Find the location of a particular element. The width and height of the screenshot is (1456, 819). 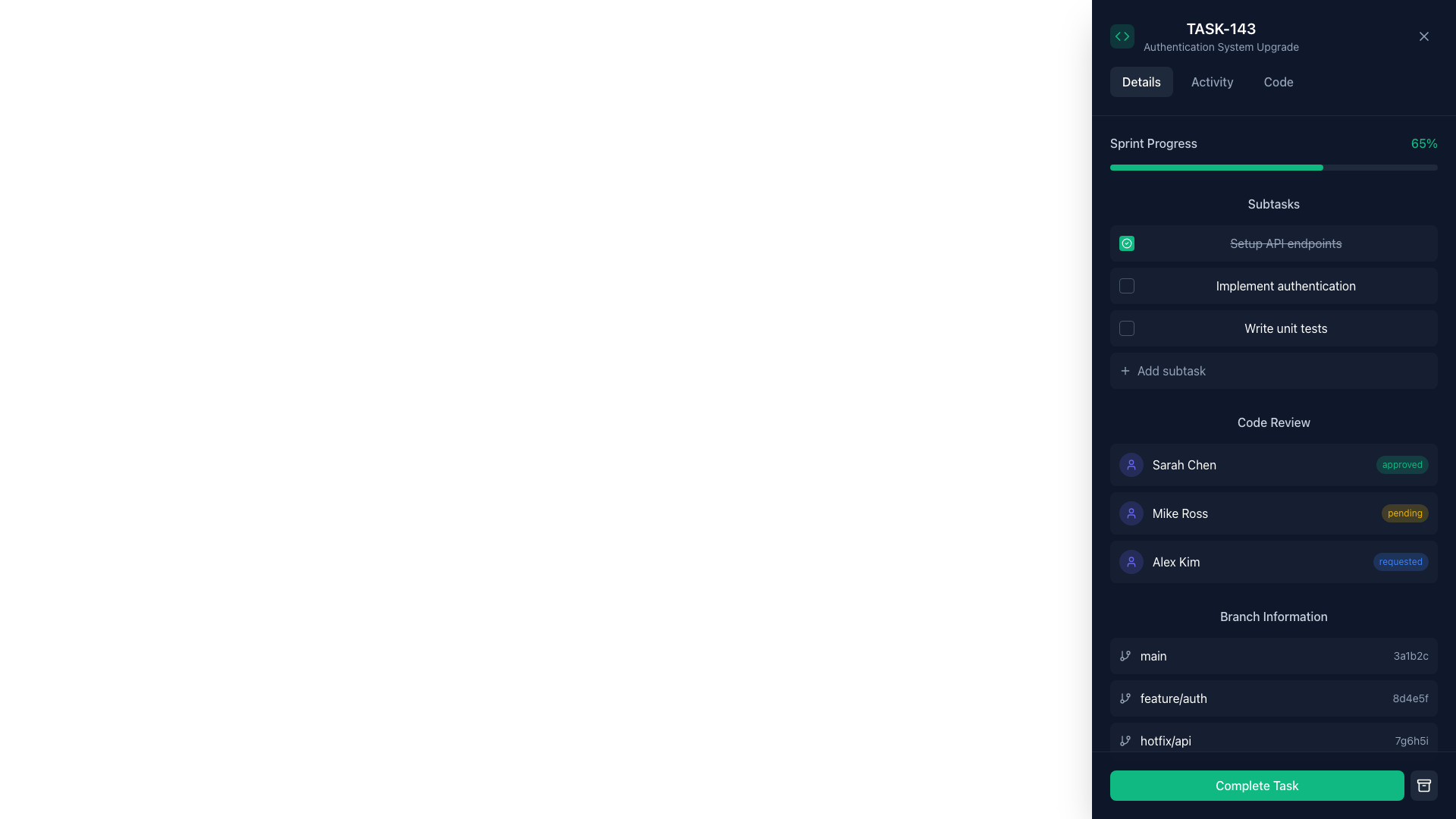

the circular user icon graphic with a dark background and indigo tones, located to the left of the 'Mike Ross' text in the user profile section of the 'Code Review' area is located at coordinates (1131, 513).